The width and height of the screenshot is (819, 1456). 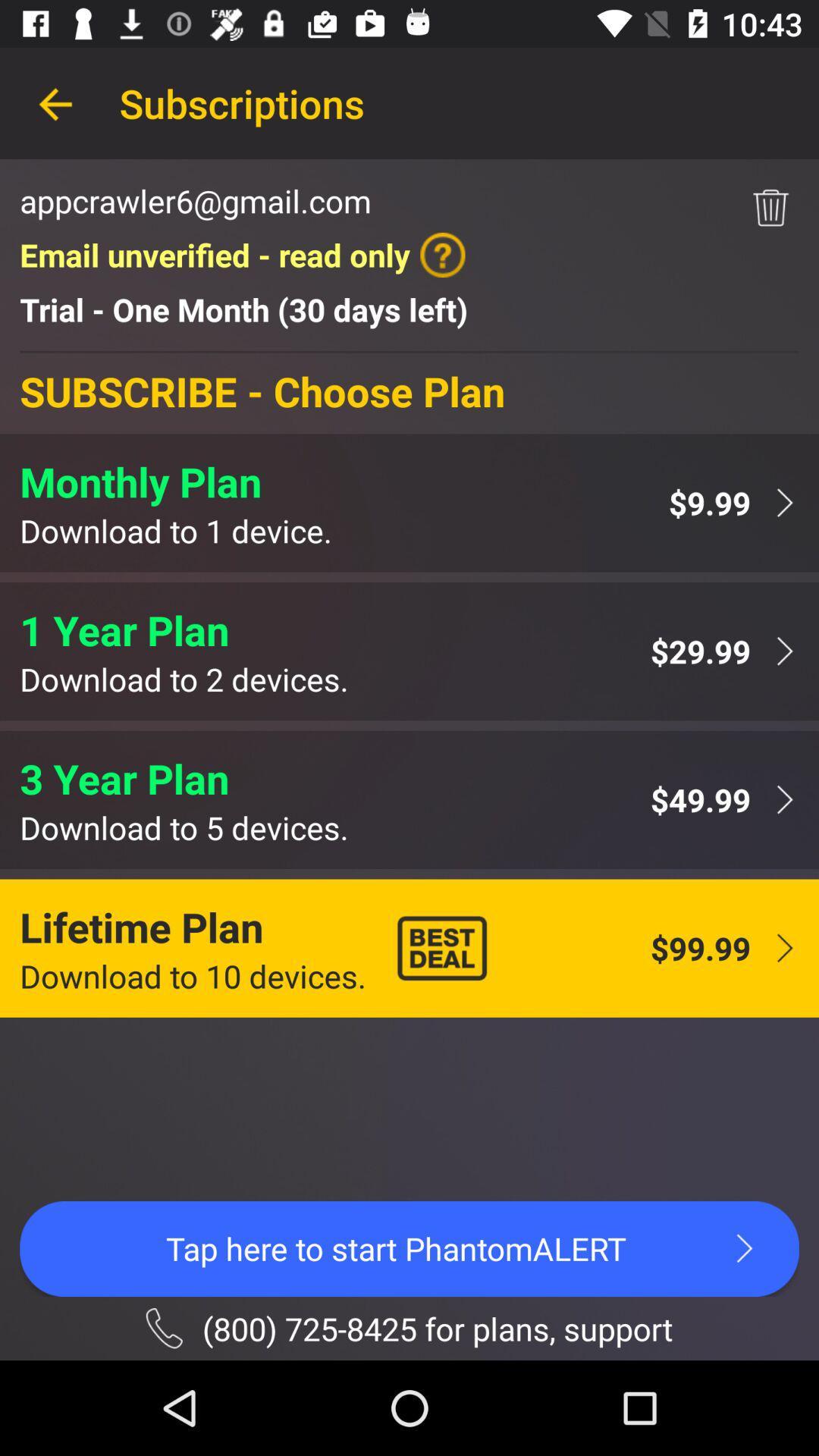 I want to click on app above the 800 725 8425 app, so click(x=409, y=1248).